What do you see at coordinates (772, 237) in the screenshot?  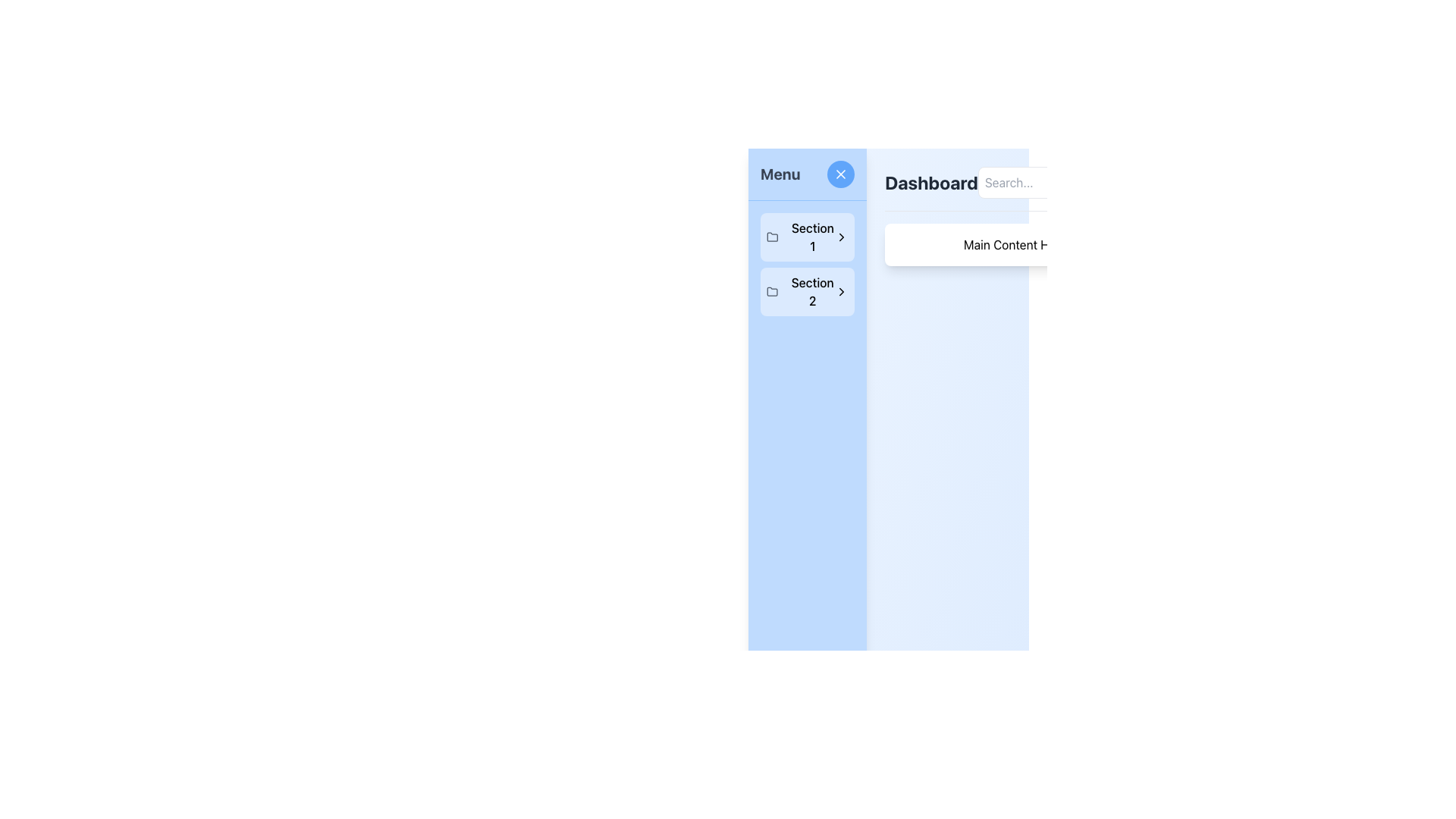 I see `the folder icon located` at bounding box center [772, 237].